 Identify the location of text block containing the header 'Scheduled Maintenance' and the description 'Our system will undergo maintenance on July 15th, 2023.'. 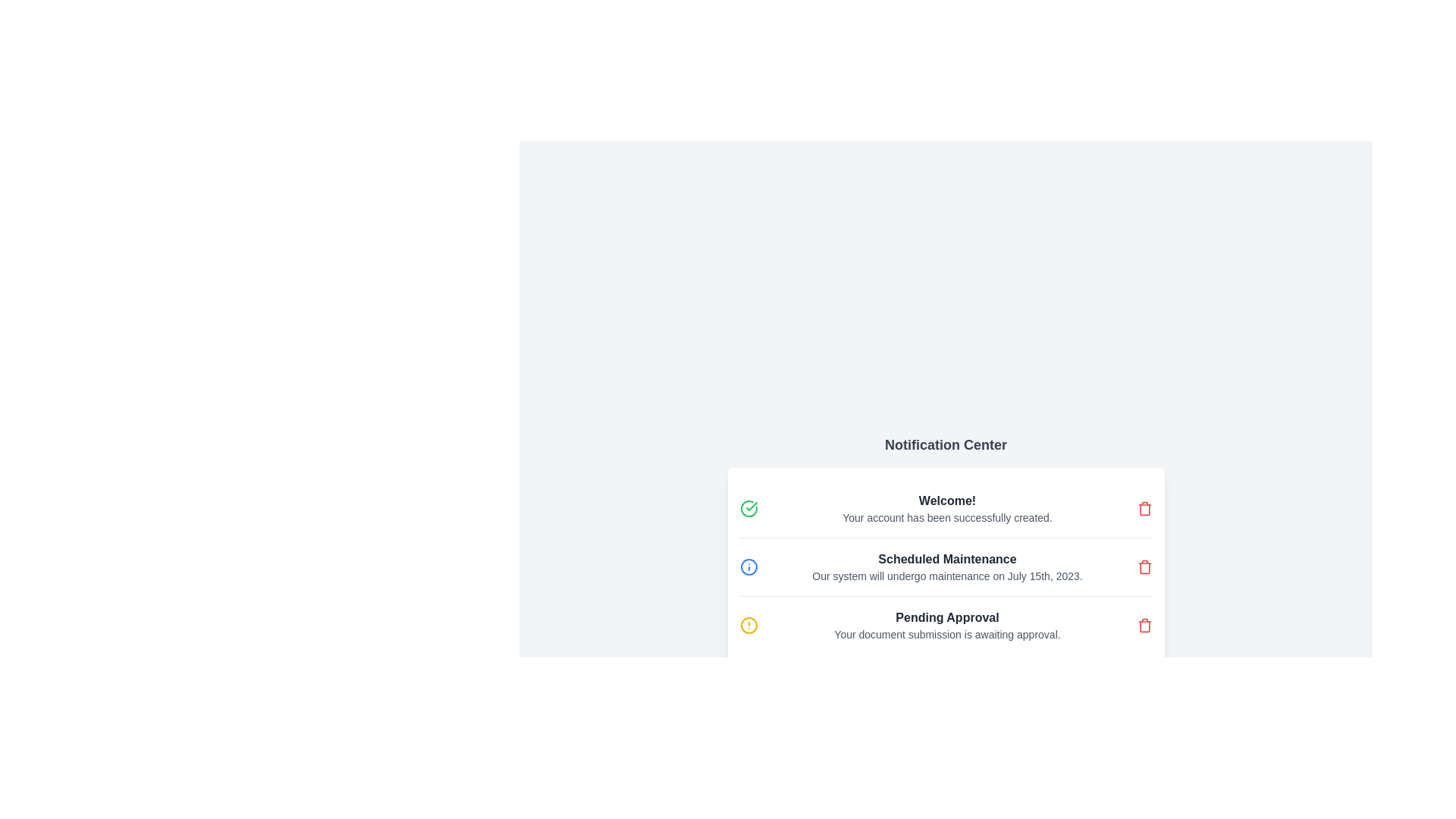
(946, 567).